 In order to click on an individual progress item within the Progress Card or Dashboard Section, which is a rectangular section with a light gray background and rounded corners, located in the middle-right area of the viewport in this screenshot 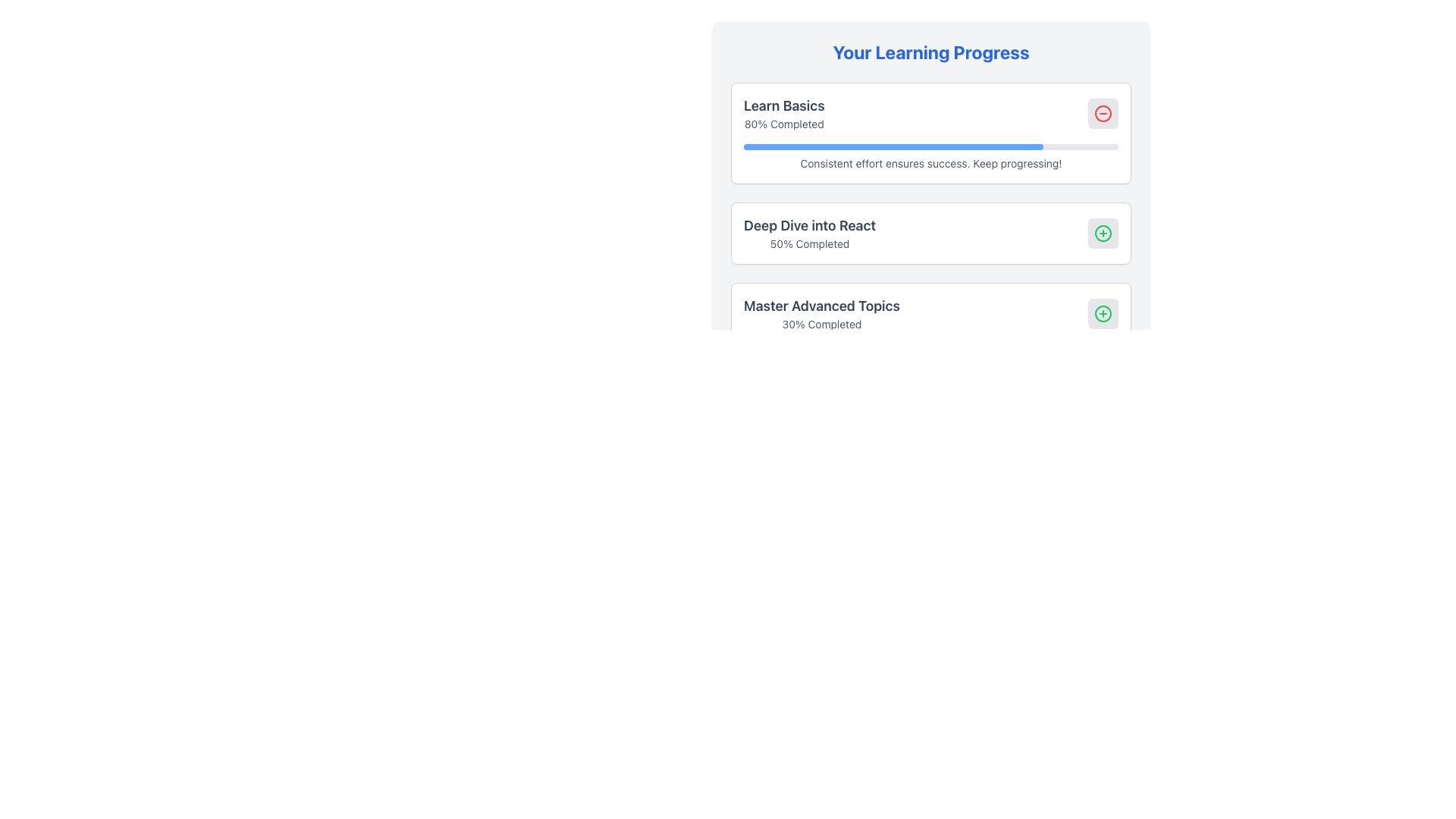, I will do `click(930, 192)`.